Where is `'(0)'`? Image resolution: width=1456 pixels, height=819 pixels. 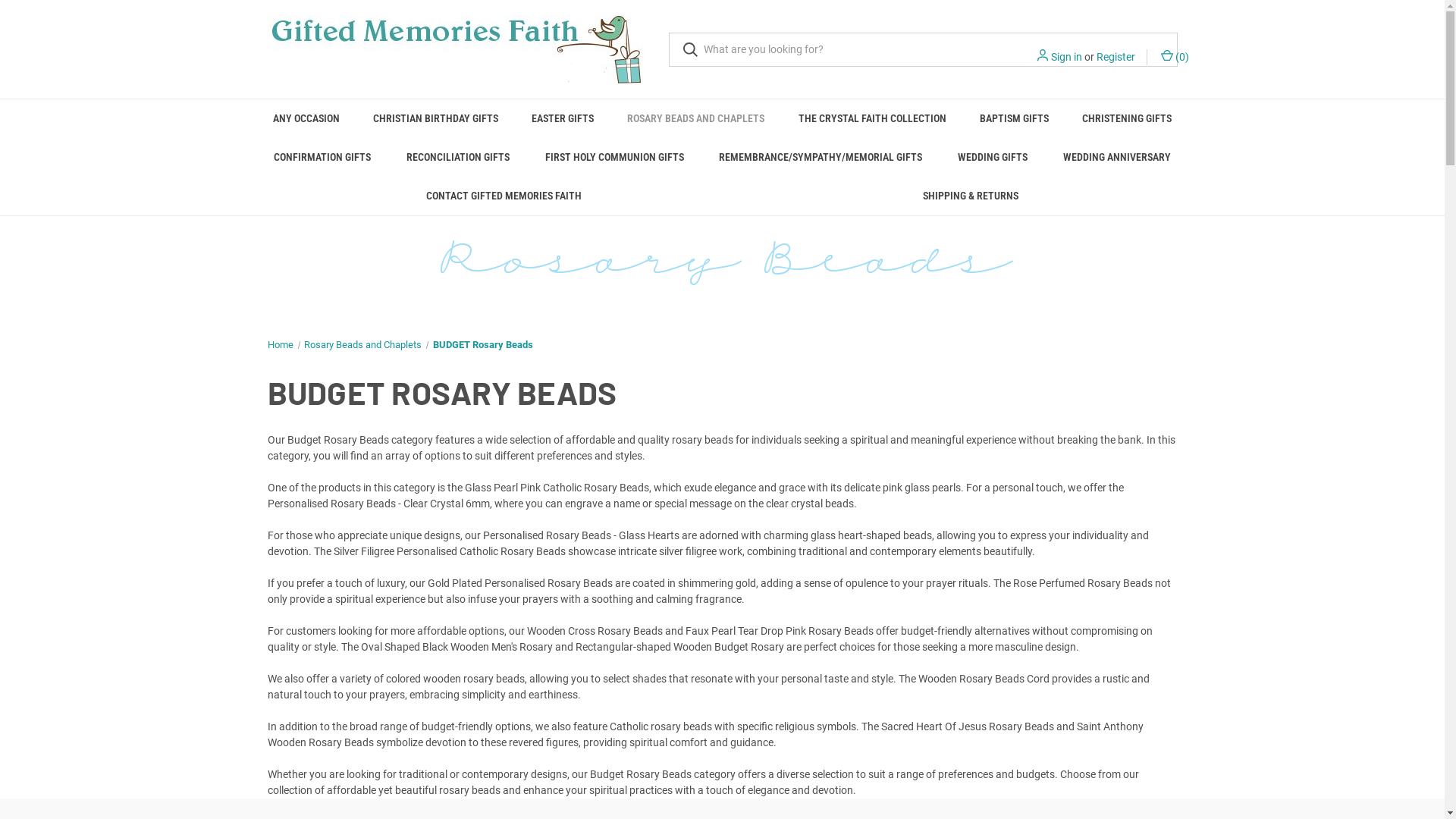
'(0)' is located at coordinates (1172, 56).